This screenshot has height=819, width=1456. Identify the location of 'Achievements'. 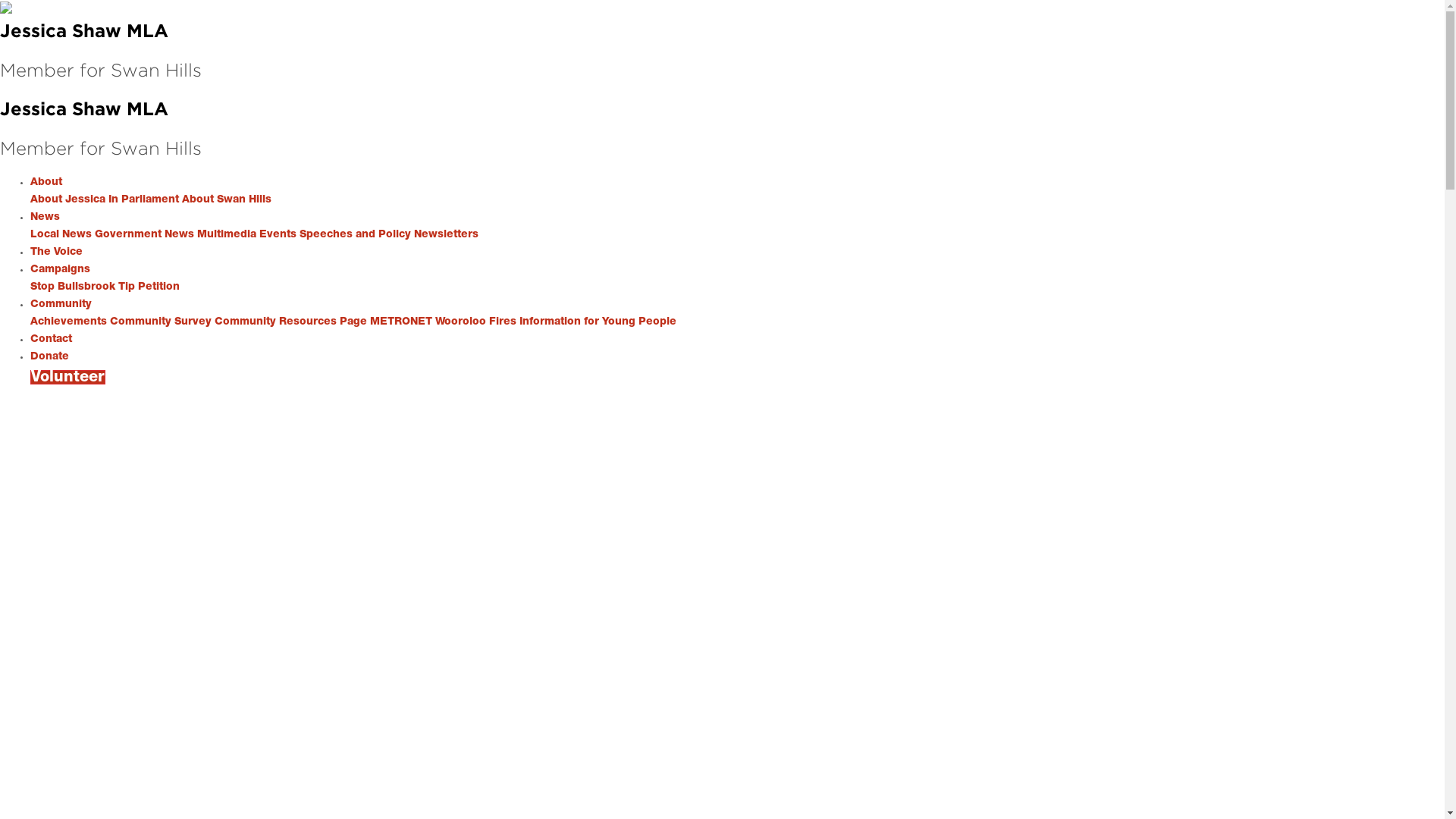
(67, 321).